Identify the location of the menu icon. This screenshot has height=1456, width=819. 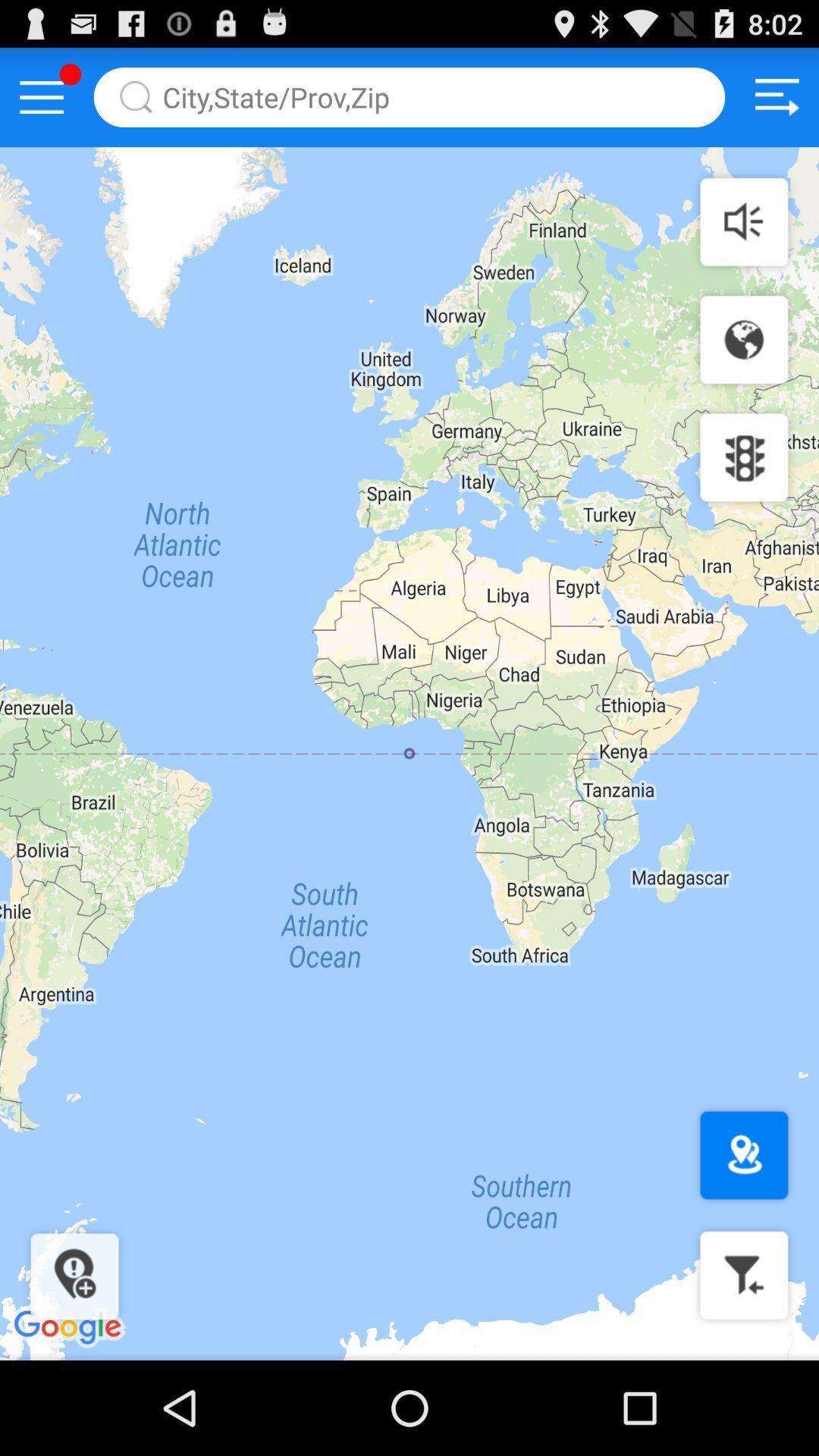
(41, 103).